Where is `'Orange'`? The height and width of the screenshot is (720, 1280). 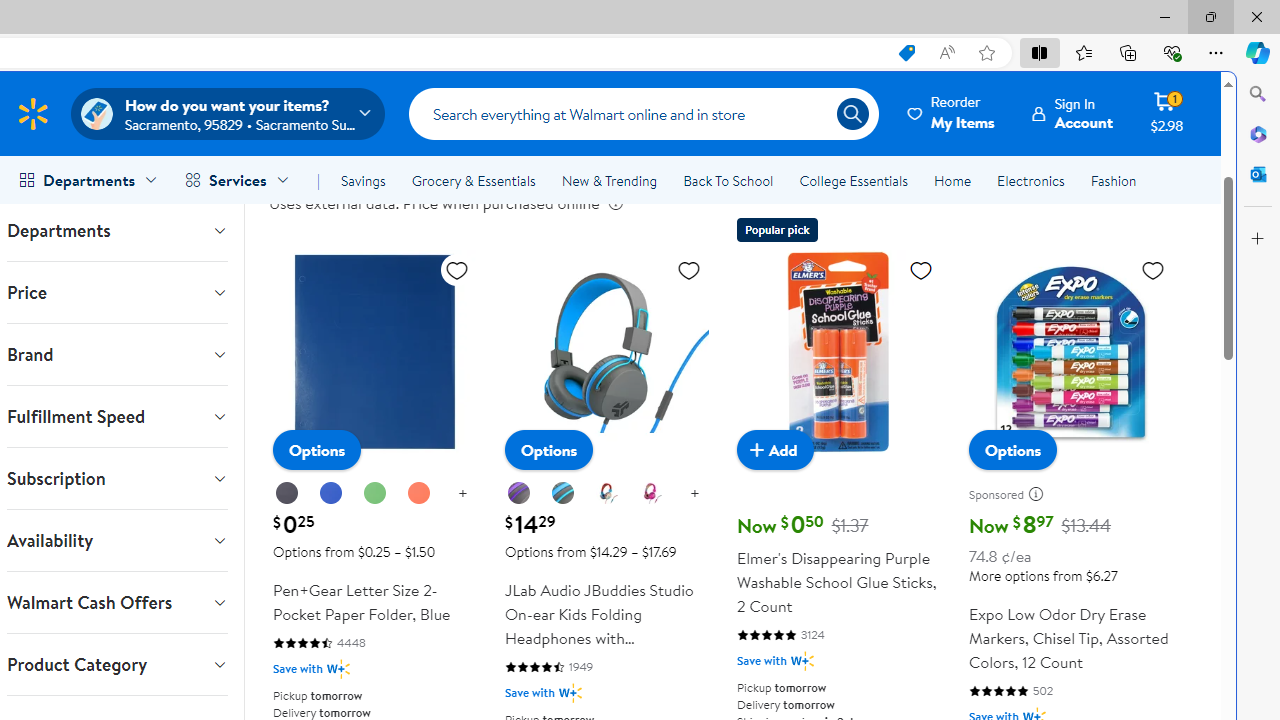
'Orange' is located at coordinates (418, 494).